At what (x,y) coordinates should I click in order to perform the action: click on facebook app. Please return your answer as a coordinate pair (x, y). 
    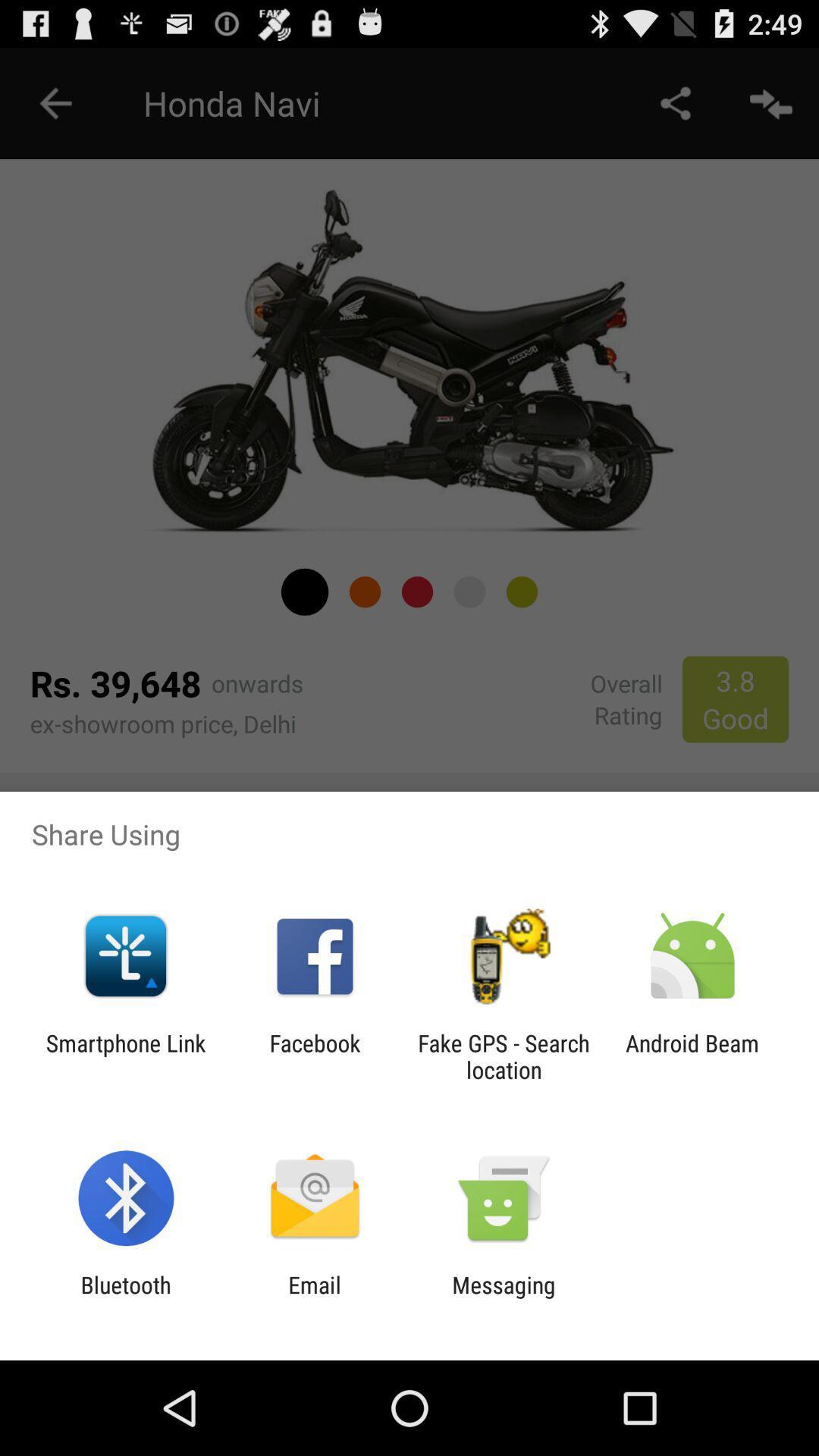
    Looking at the image, I should click on (314, 1056).